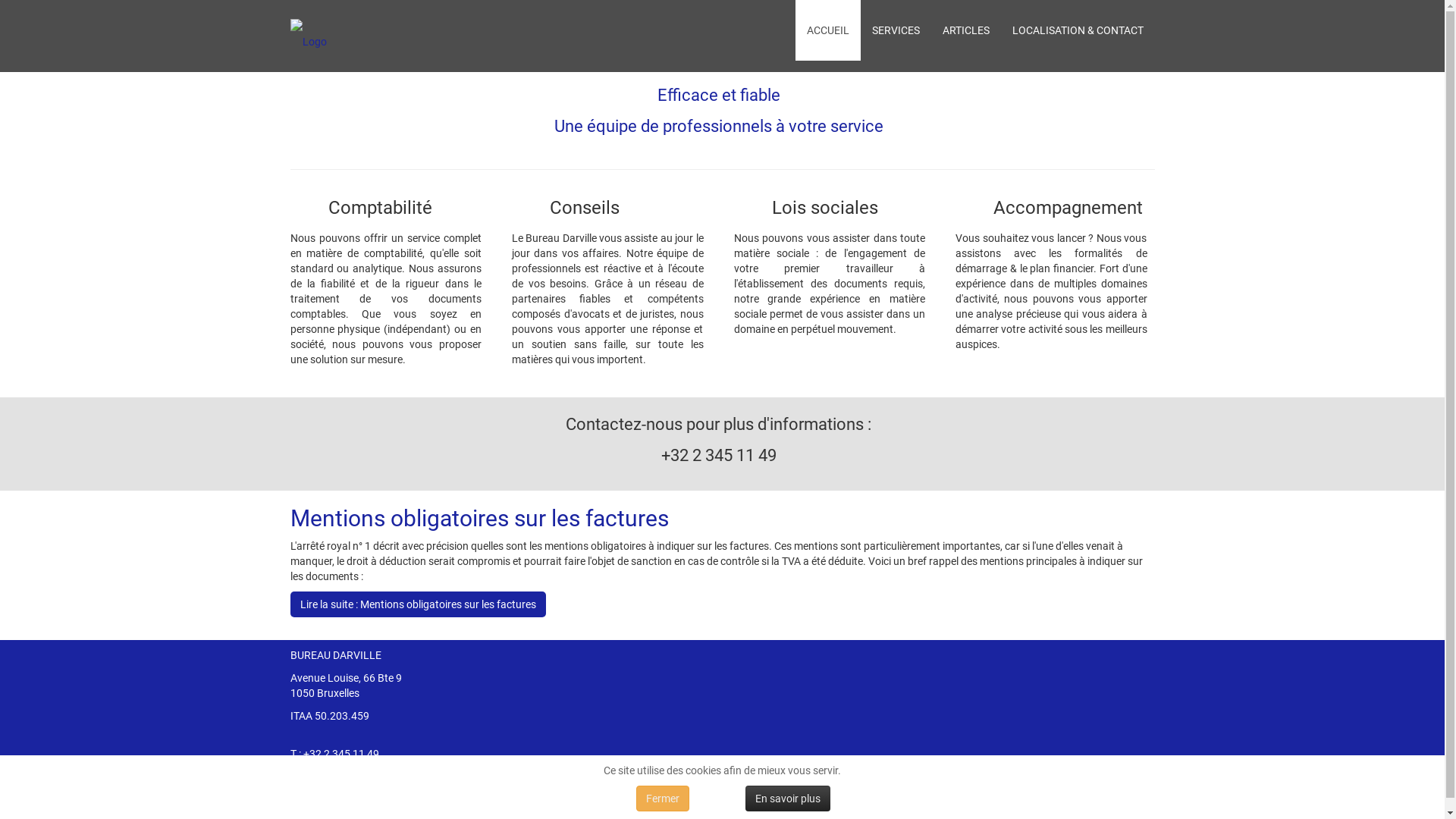 Image resolution: width=1456 pixels, height=819 pixels. What do you see at coordinates (417, 604) in the screenshot?
I see `'Lire la suite : Mentions obligatoires sur les factures'` at bounding box center [417, 604].